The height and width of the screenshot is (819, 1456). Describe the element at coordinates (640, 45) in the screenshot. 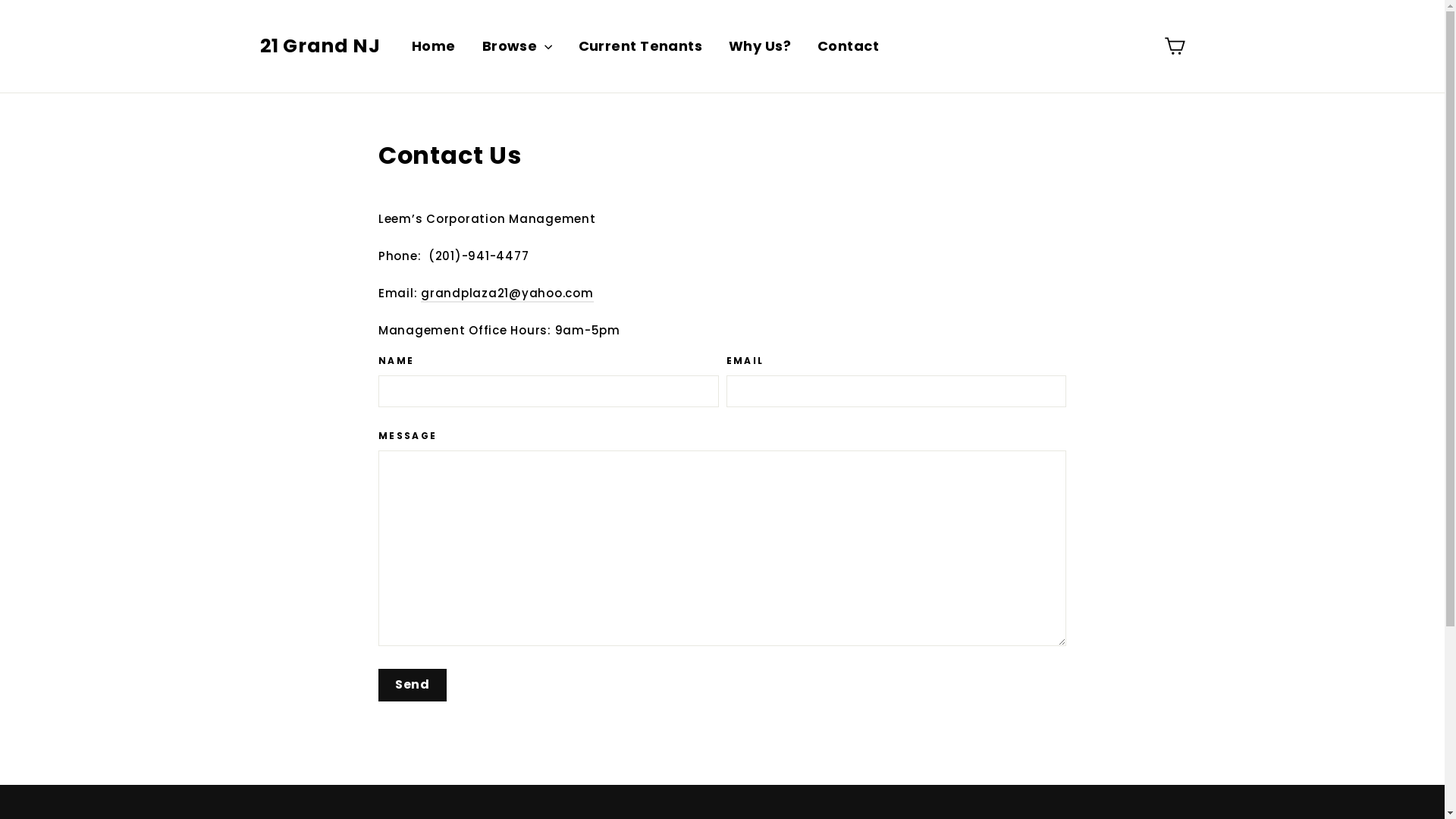

I see `'Current Tenants'` at that location.